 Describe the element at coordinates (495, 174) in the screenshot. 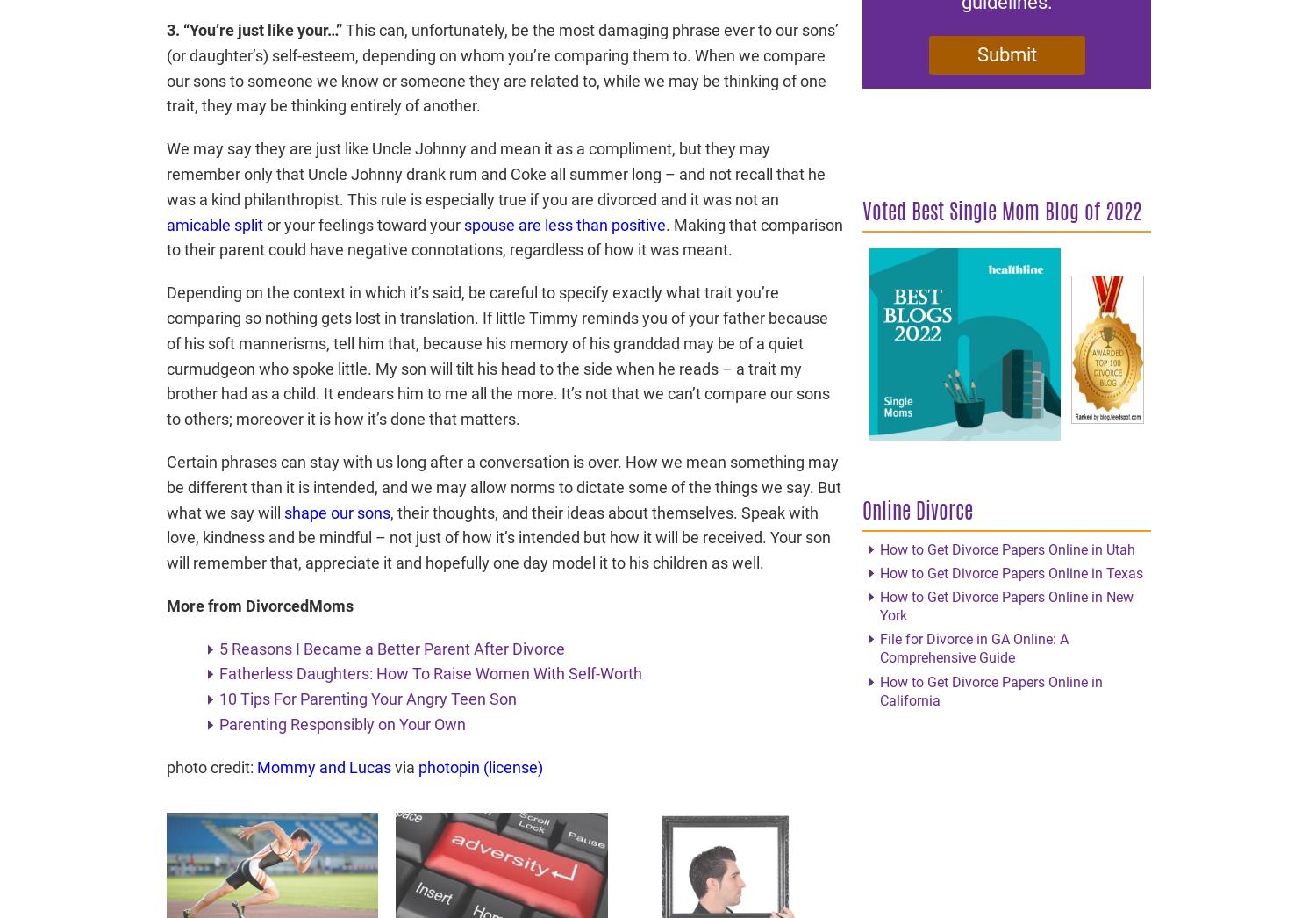

I see `'We may say they are just like Uncle Johnny and mean it as a compliment, but they may remember only that Uncle Johnny drank rum and Coke all summer long – and not recall that he was a kind philanthropist. This rule is especially true if you are divorced and it was not an'` at that location.